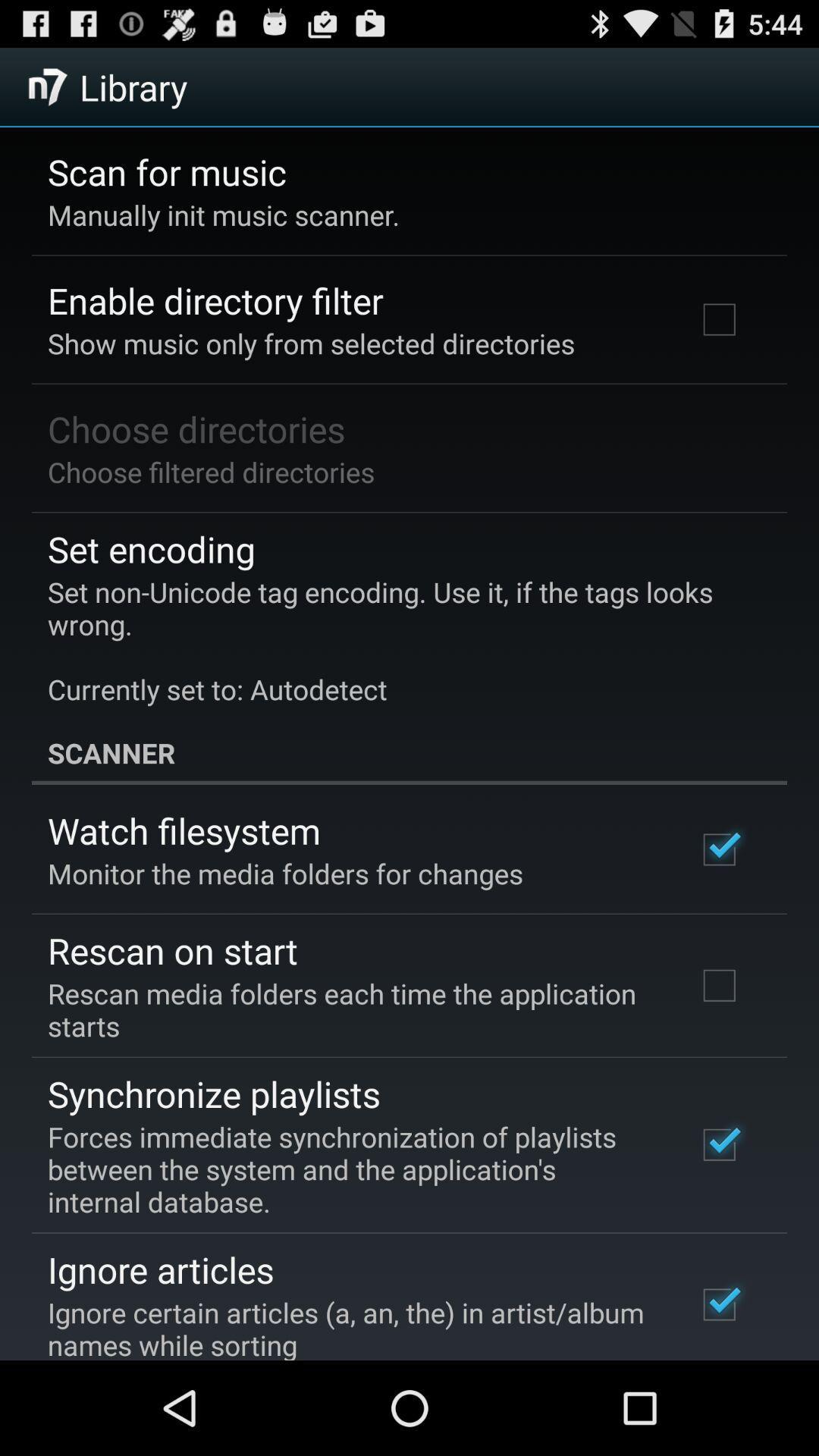 The width and height of the screenshot is (819, 1456). What do you see at coordinates (310, 342) in the screenshot?
I see `show music only at the top` at bounding box center [310, 342].